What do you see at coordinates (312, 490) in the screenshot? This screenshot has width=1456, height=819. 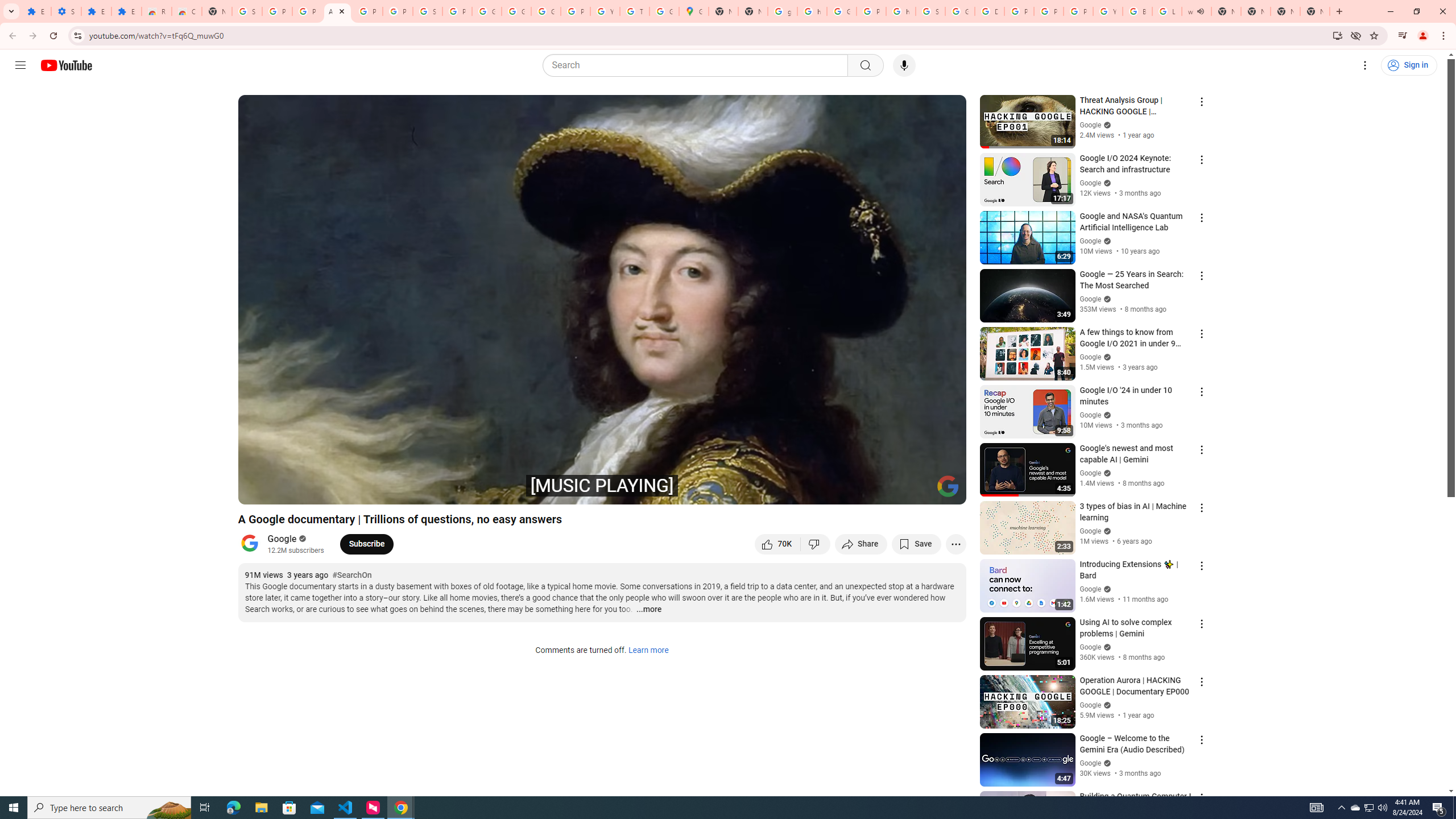 I see `'Mute (m)'` at bounding box center [312, 490].